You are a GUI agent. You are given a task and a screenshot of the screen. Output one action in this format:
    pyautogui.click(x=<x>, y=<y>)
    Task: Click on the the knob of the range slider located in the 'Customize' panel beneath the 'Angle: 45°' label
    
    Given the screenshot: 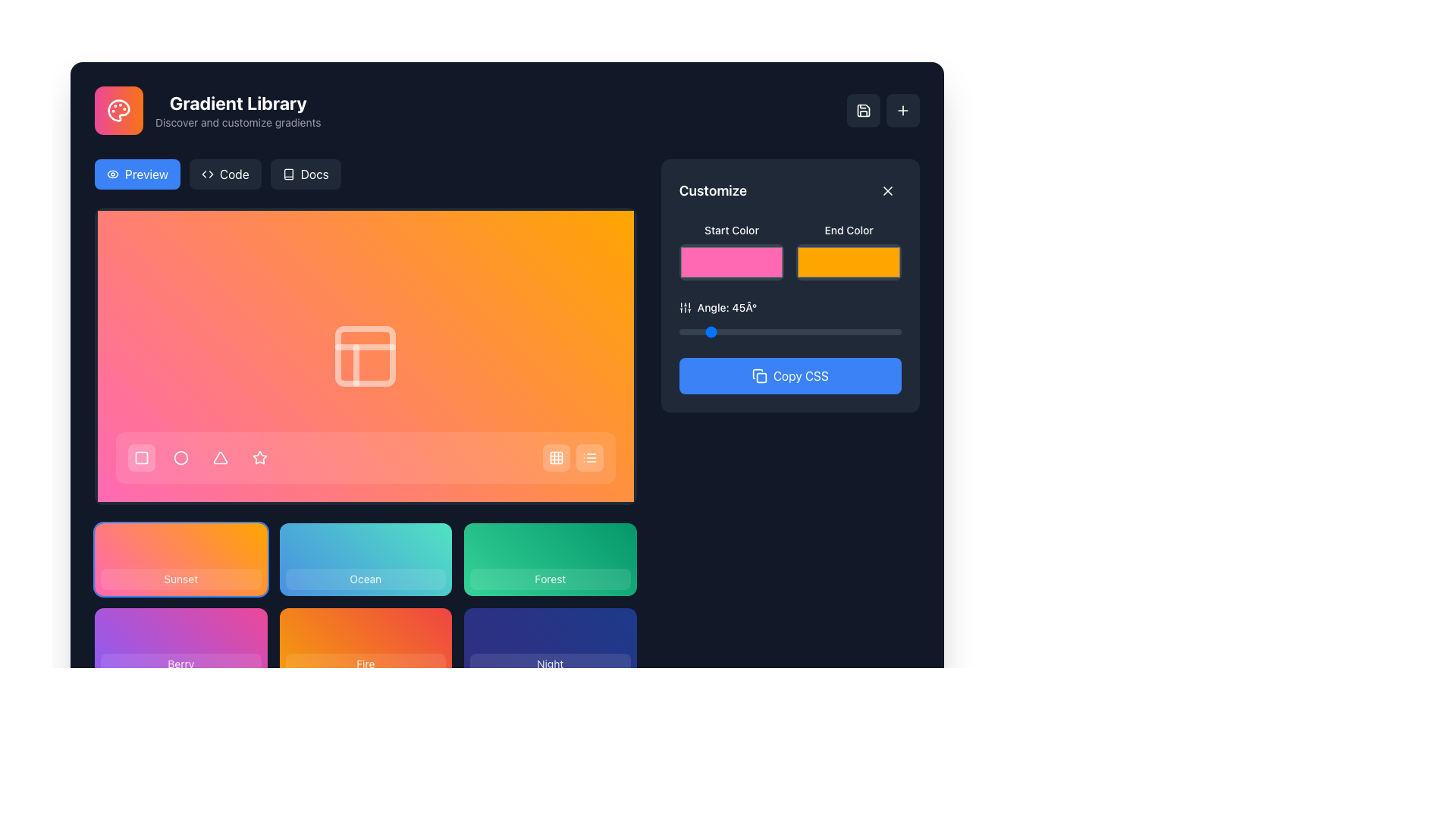 What is the action you would take?
    pyautogui.click(x=789, y=331)
    